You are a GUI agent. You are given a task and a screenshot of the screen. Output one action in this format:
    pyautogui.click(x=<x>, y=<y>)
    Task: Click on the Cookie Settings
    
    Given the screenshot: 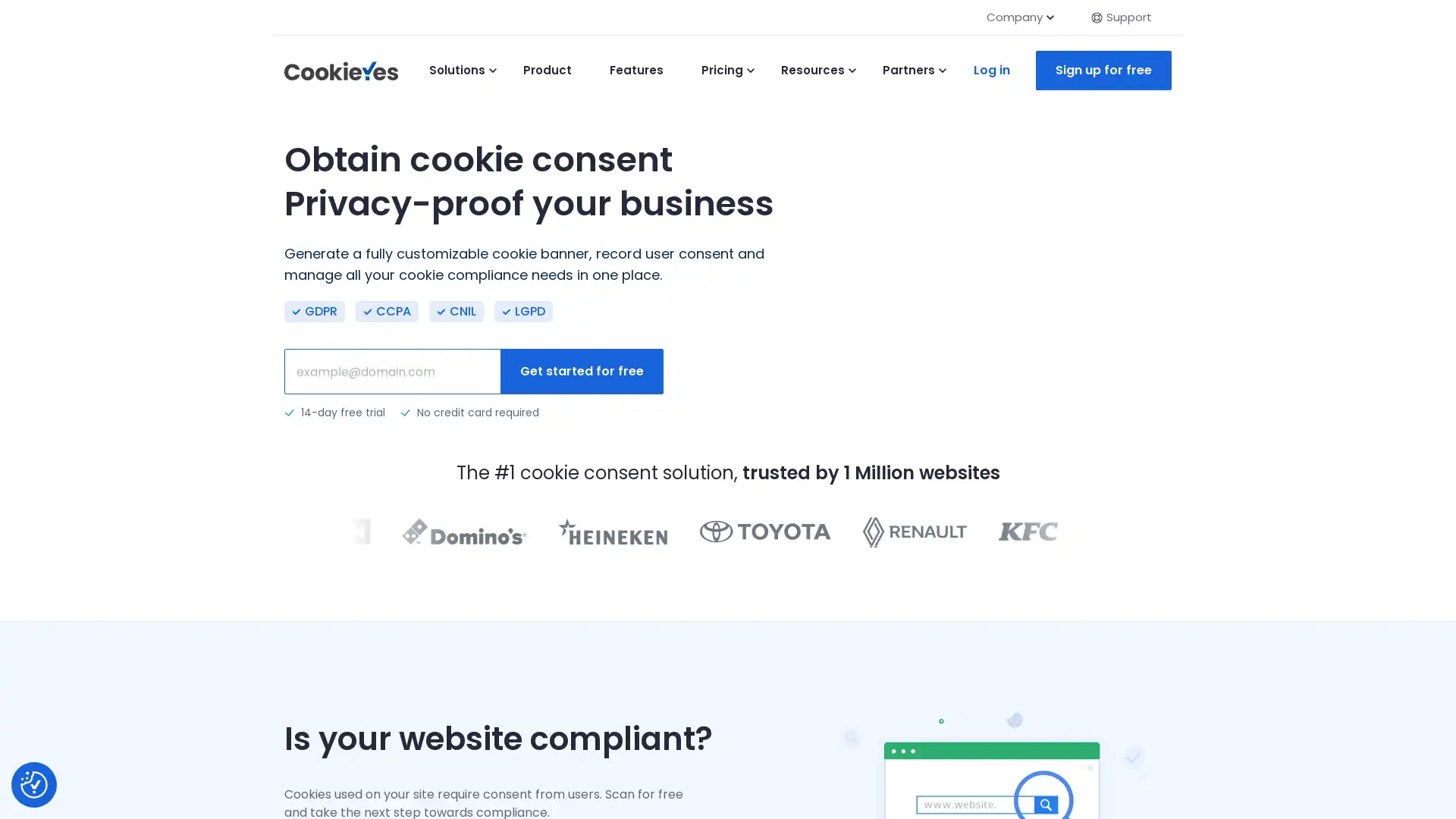 What is the action you would take?
    pyautogui.click(x=33, y=784)
    